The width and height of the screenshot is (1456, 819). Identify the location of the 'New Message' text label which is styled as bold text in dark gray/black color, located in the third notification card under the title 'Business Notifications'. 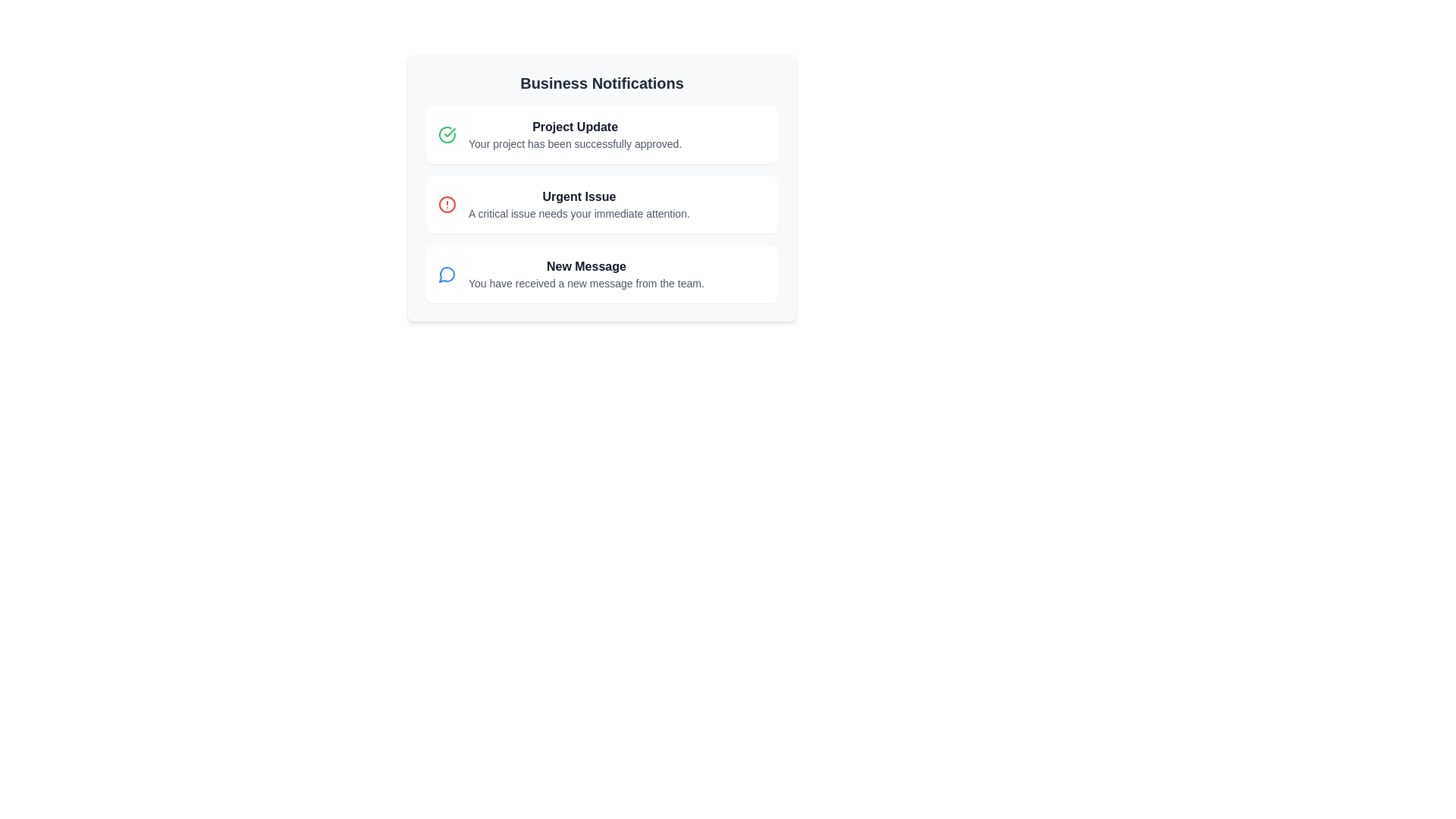
(585, 265).